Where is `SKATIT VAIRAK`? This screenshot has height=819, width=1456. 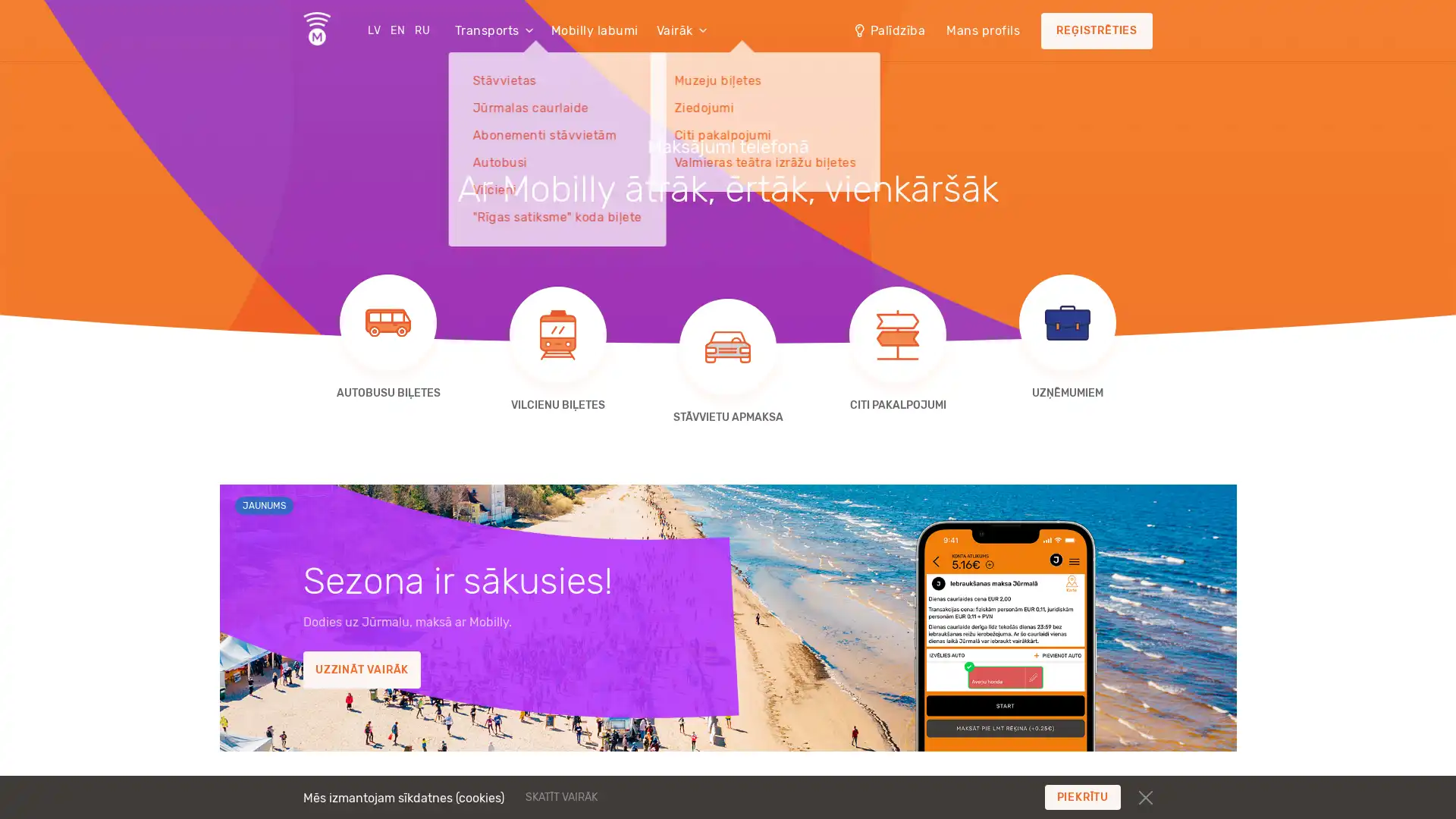
SKATIT VAIRAK is located at coordinates (654, 795).